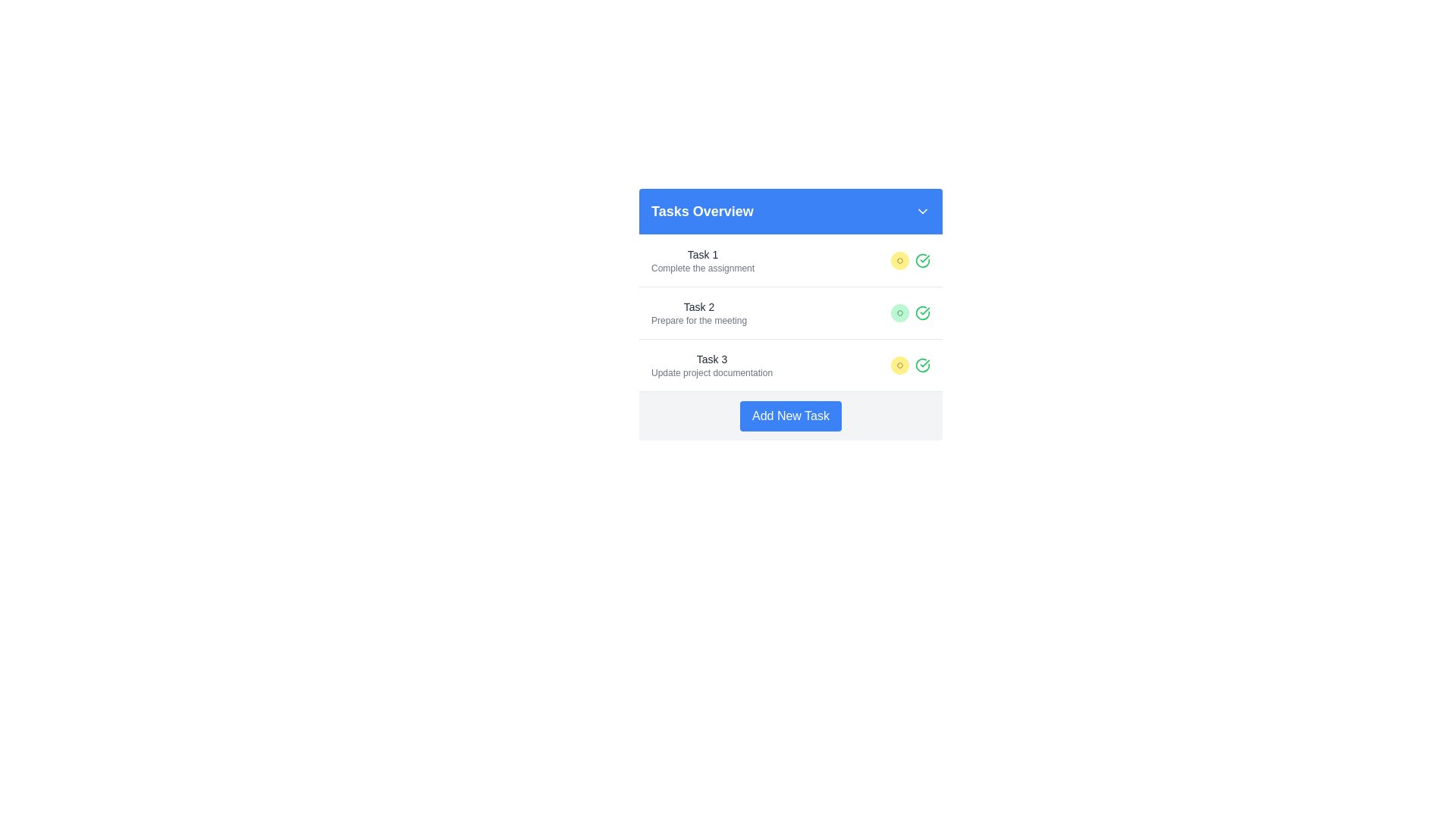 This screenshot has width=1456, height=819. What do you see at coordinates (701, 211) in the screenshot?
I see `text content of the 'Tasks Overview' label, which is a prominent white text on a blue background located in the header section of the interface` at bounding box center [701, 211].